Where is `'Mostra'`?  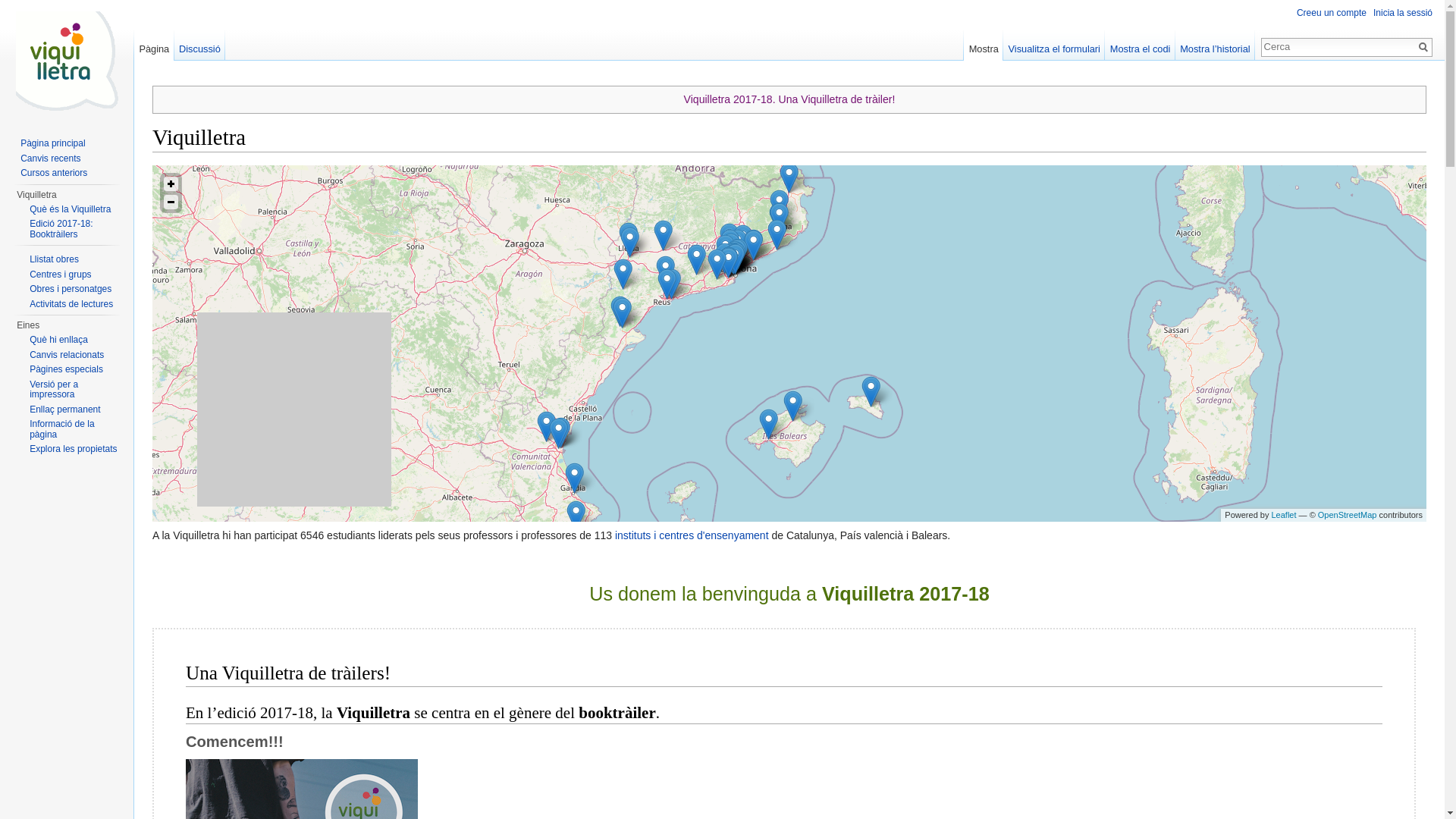 'Mostra' is located at coordinates (963, 45).